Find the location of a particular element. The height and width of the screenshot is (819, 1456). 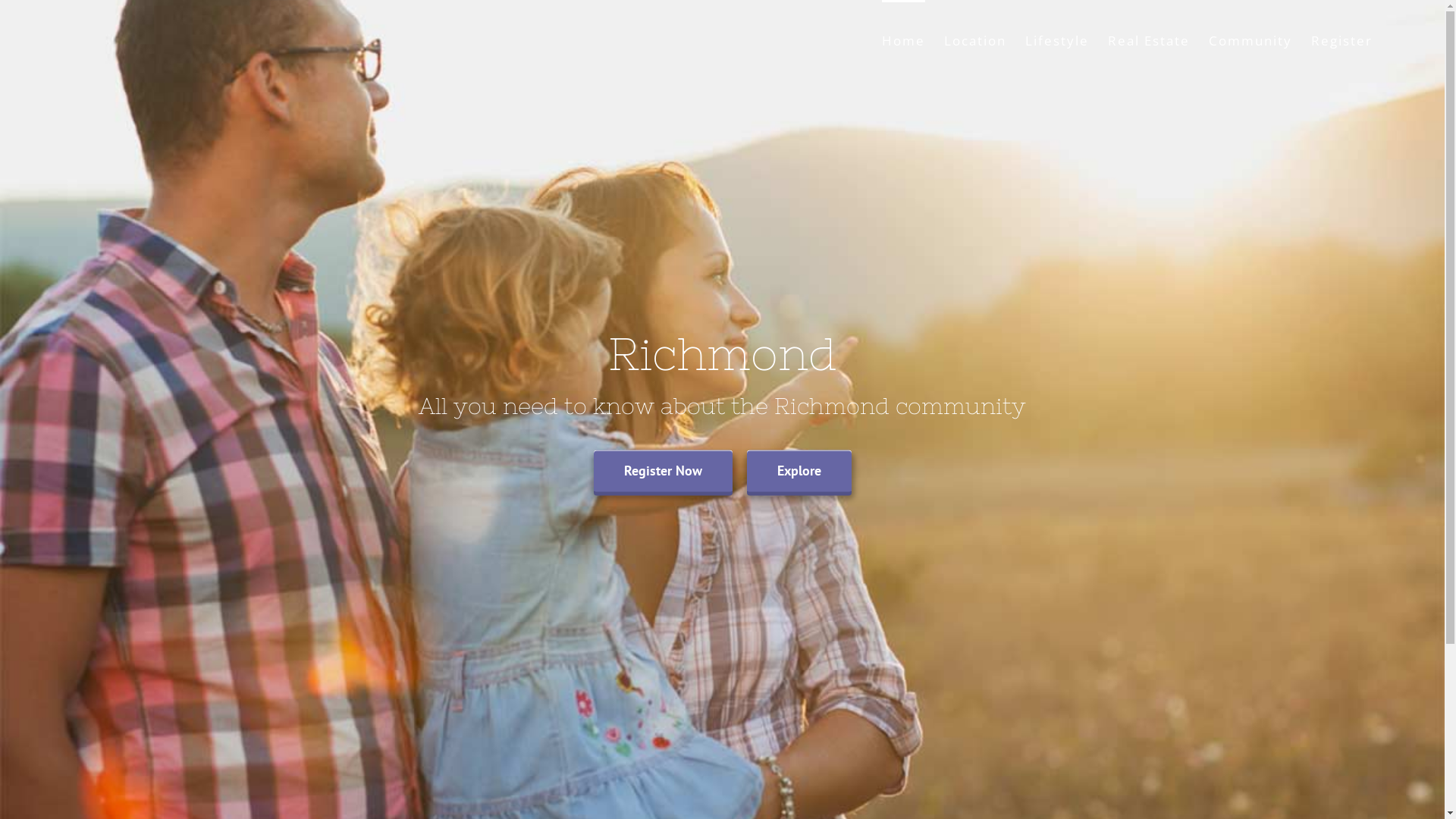

'Explore' is located at coordinates (797, 470).